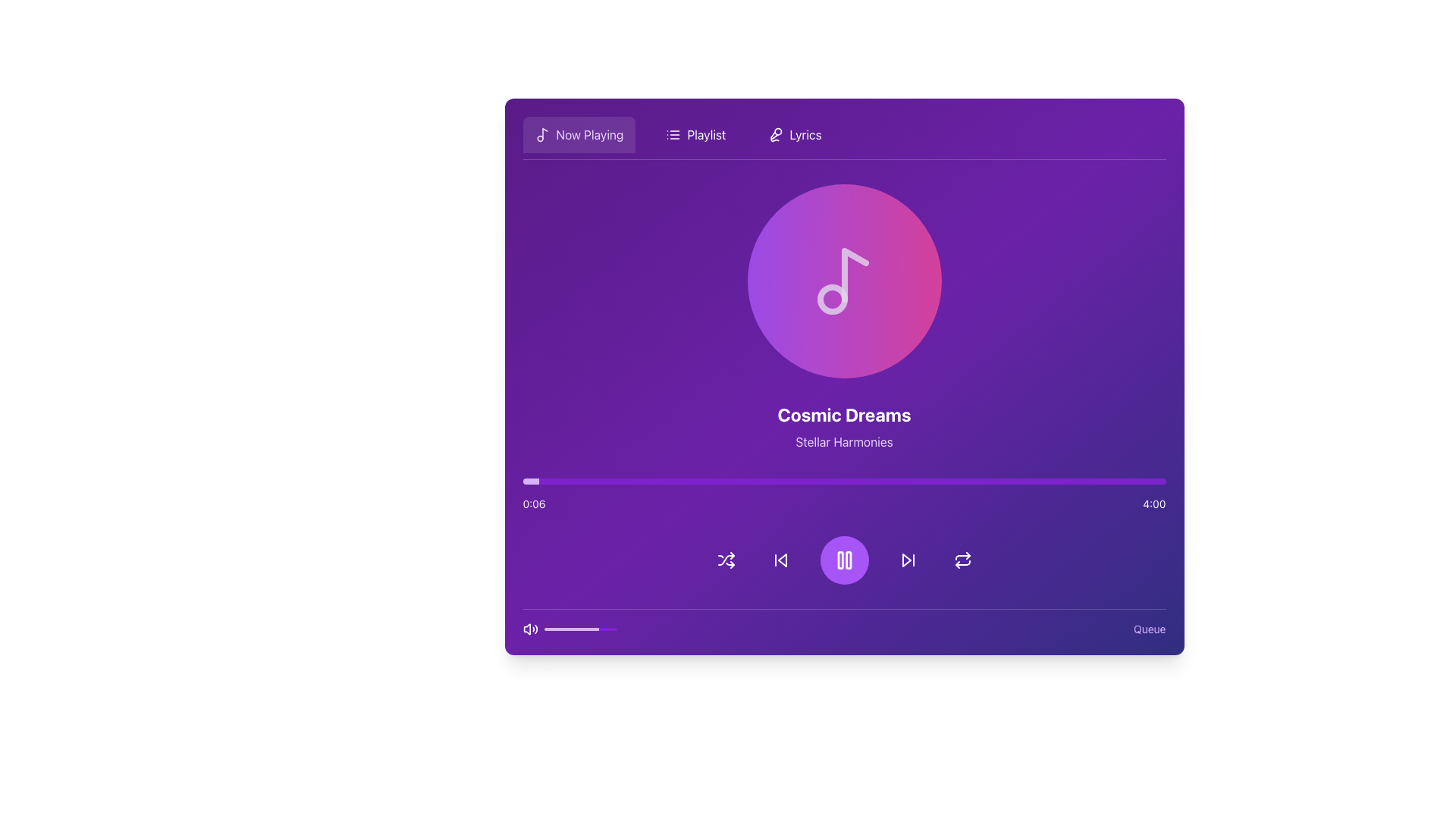 Image resolution: width=1456 pixels, height=819 pixels. What do you see at coordinates (843, 560) in the screenshot?
I see `the pause button icon located in the center bottom of the media interface to temporarily stop the playback` at bounding box center [843, 560].